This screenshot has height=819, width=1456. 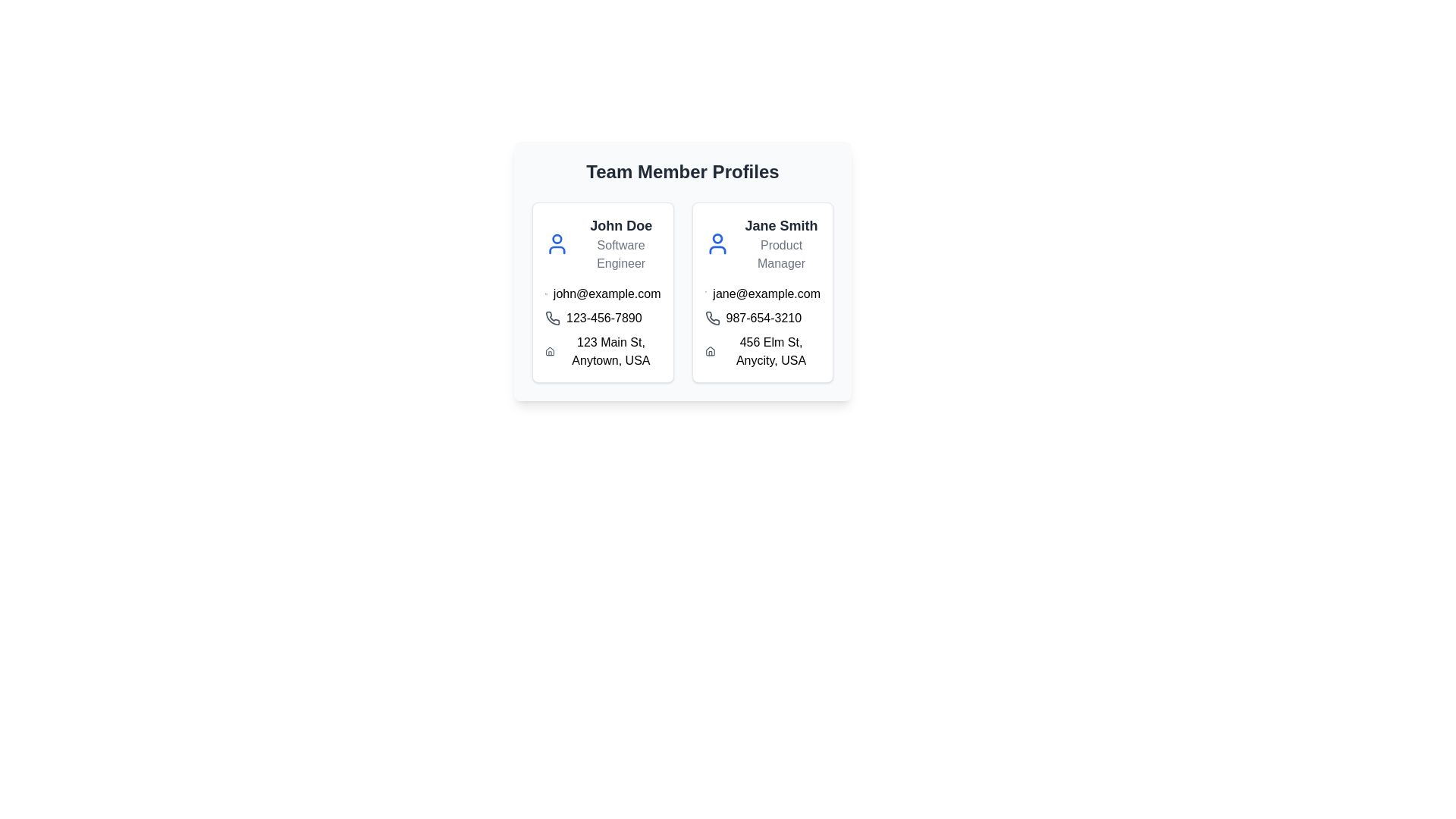 What do you see at coordinates (709, 351) in the screenshot?
I see `the stylized line drawing house icon located in the address section for Jane Smith on the right card of the Team Member Profiles component` at bounding box center [709, 351].